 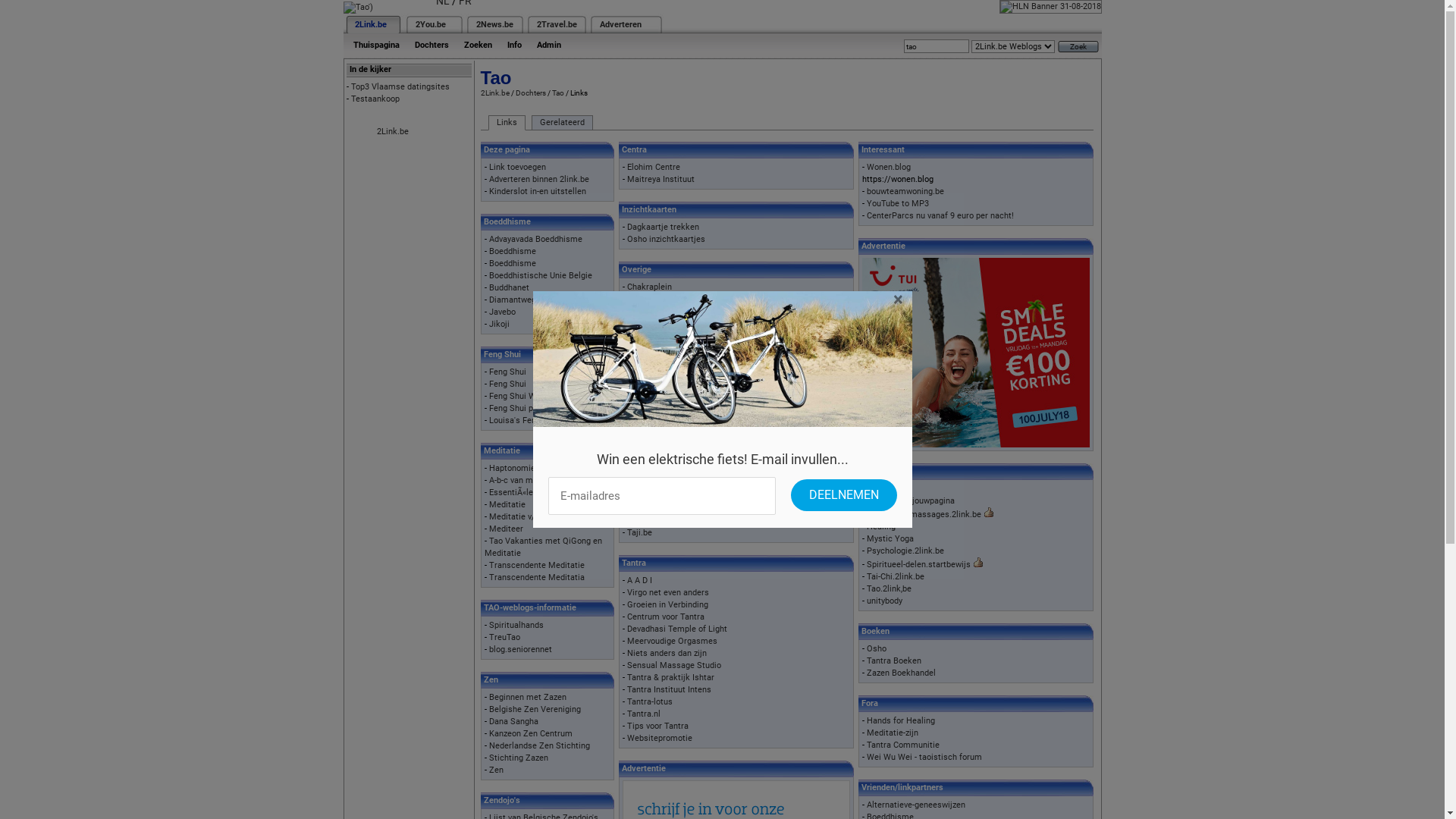 I want to click on 'Dagkaartje trekken', so click(x=662, y=227).